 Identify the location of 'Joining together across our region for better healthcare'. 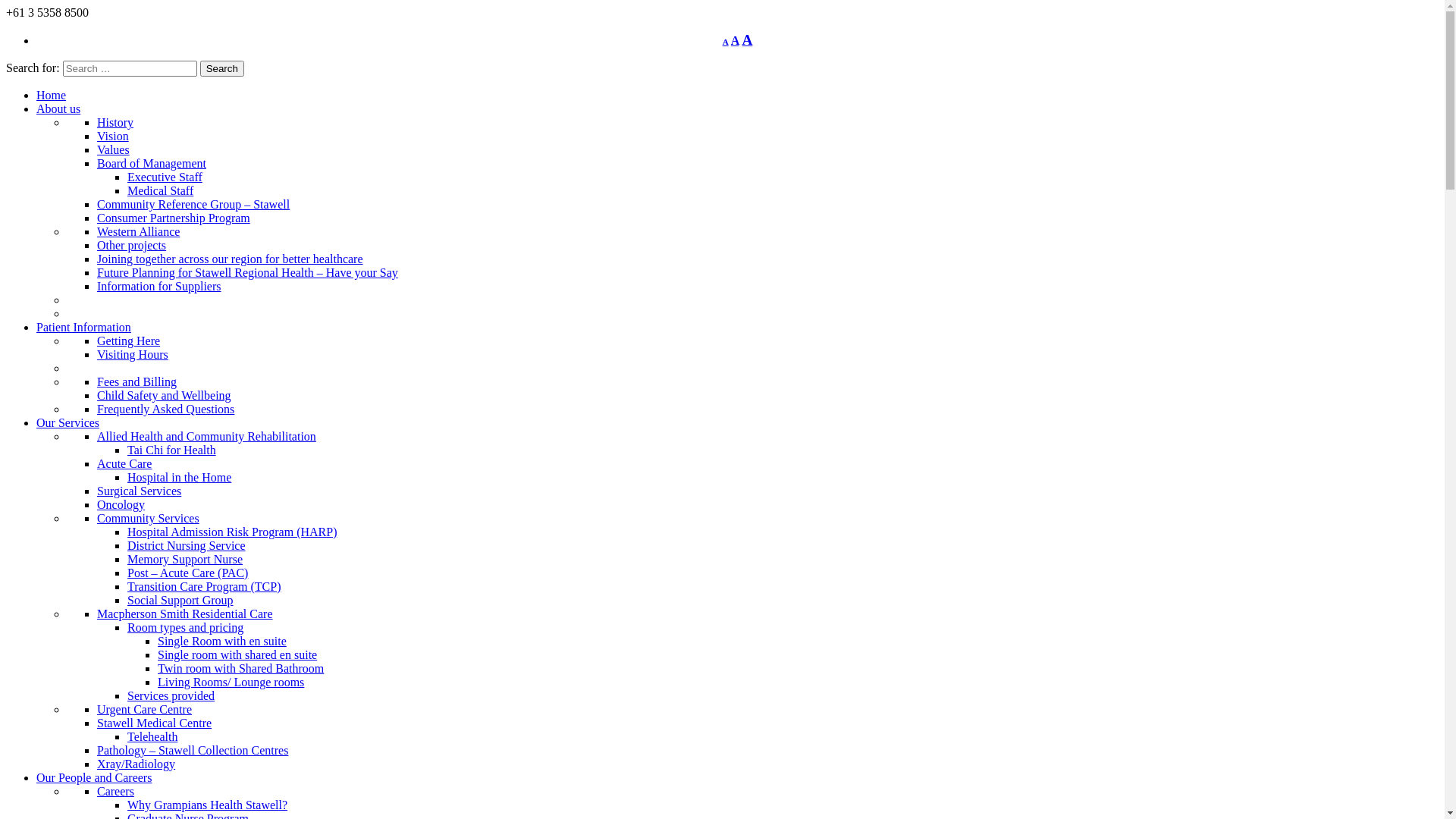
(229, 258).